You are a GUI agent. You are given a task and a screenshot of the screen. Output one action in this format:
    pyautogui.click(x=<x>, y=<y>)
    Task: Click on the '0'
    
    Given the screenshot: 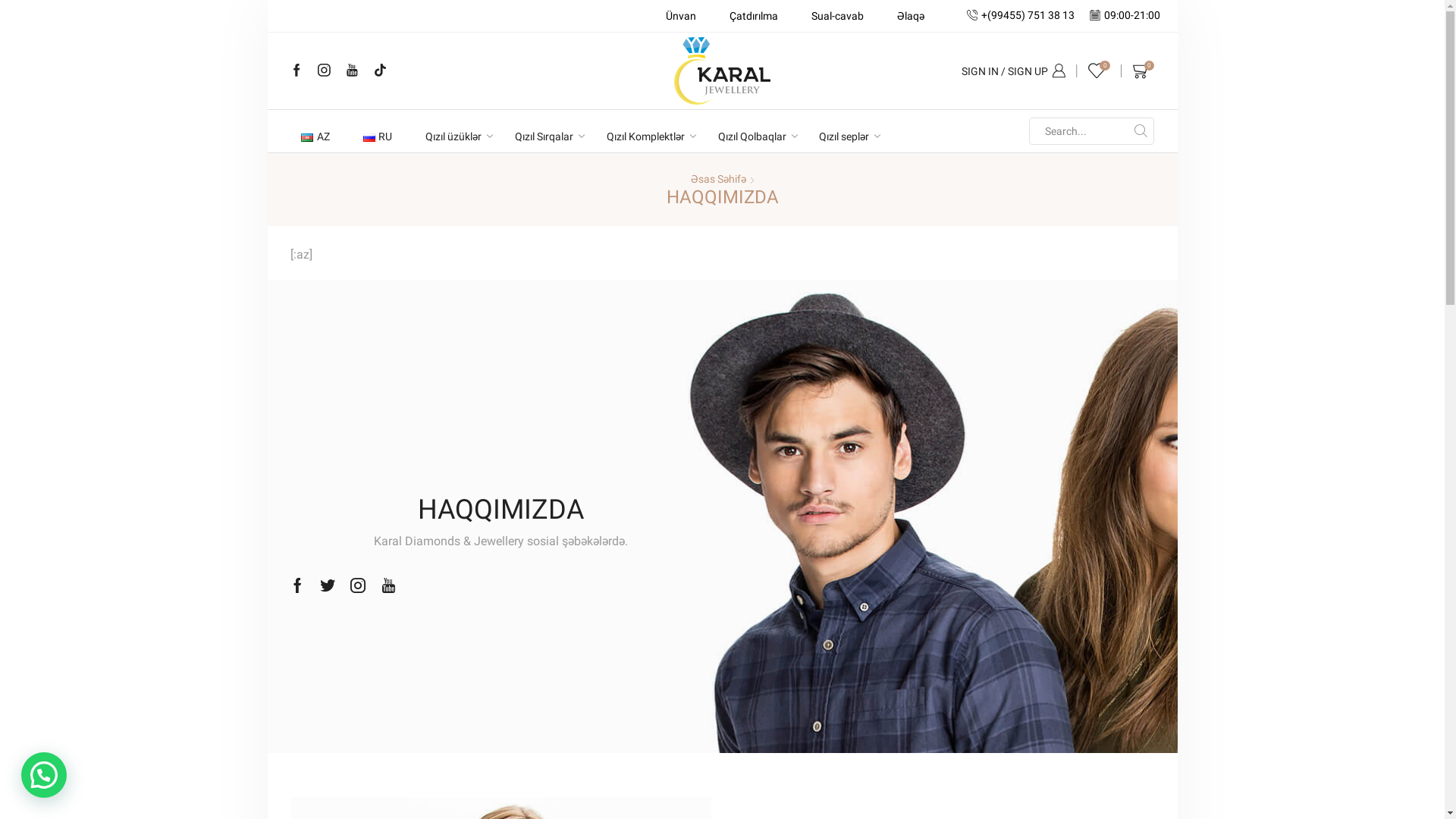 What is the action you would take?
    pyautogui.click(x=1144, y=70)
    